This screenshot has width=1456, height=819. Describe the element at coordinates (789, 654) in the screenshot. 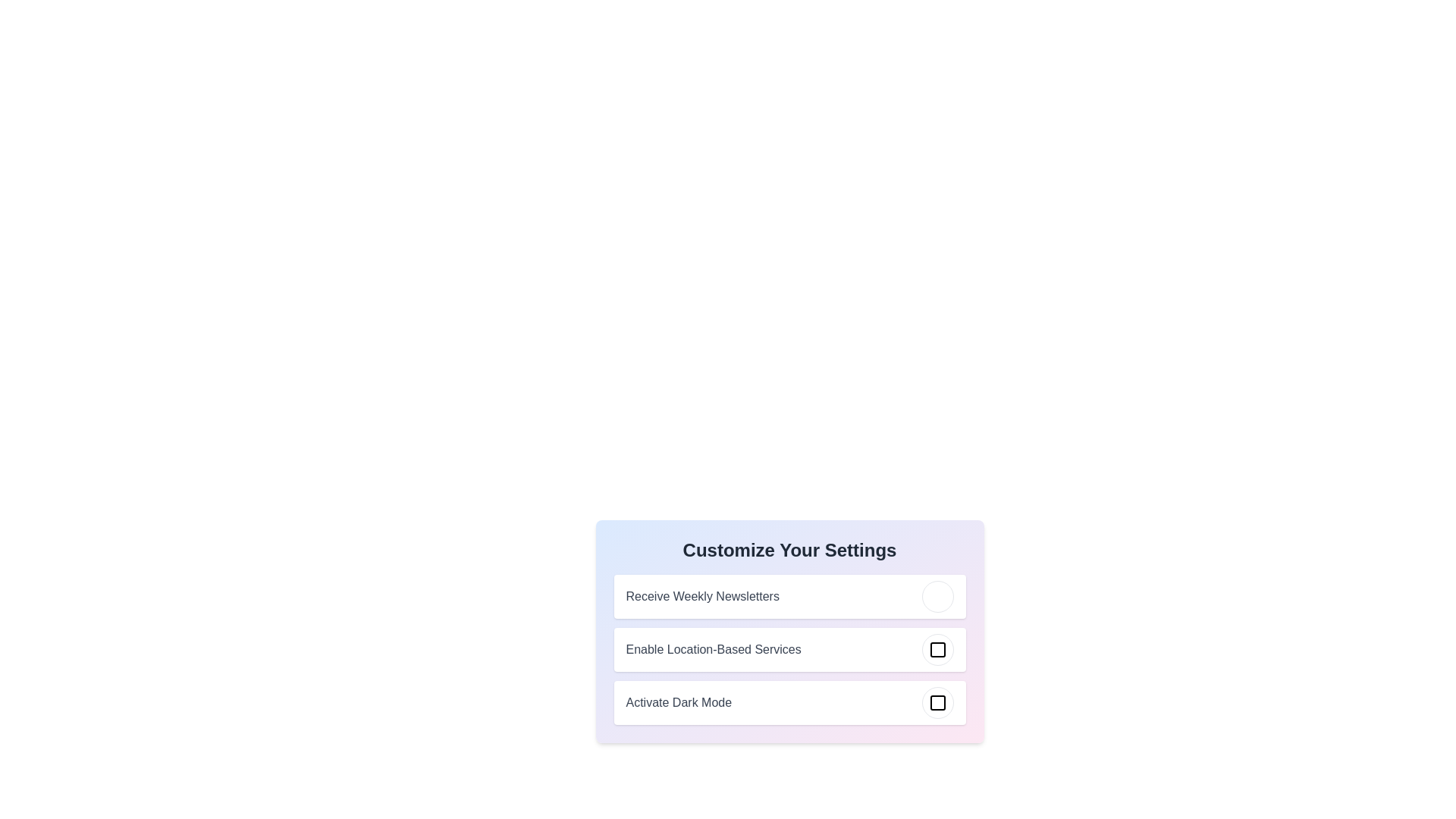

I see `on the second toggle option labeled 'Enable Location-Based Services' within the settings panel` at that location.